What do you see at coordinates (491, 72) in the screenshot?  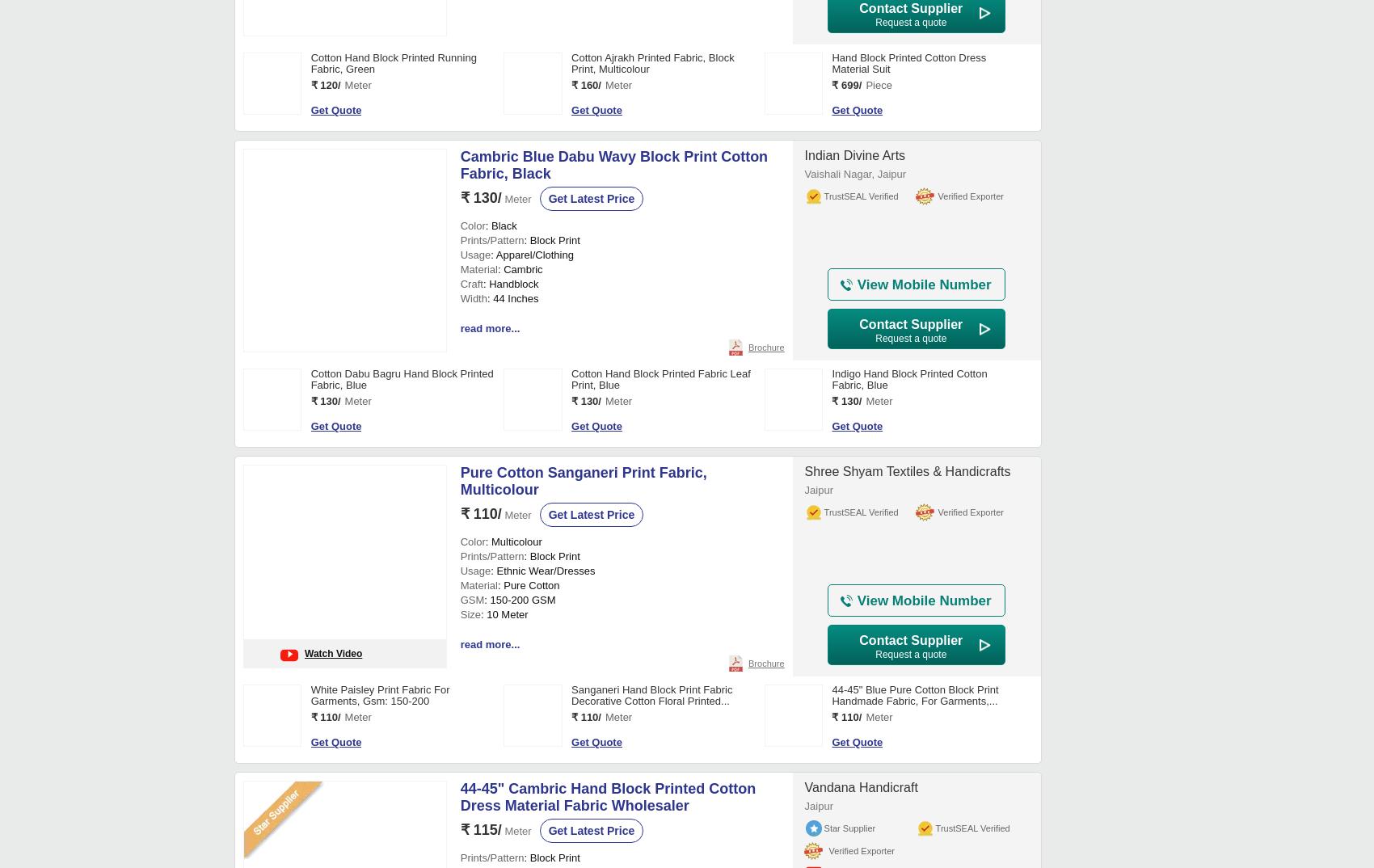 I see `':  90'` at bounding box center [491, 72].